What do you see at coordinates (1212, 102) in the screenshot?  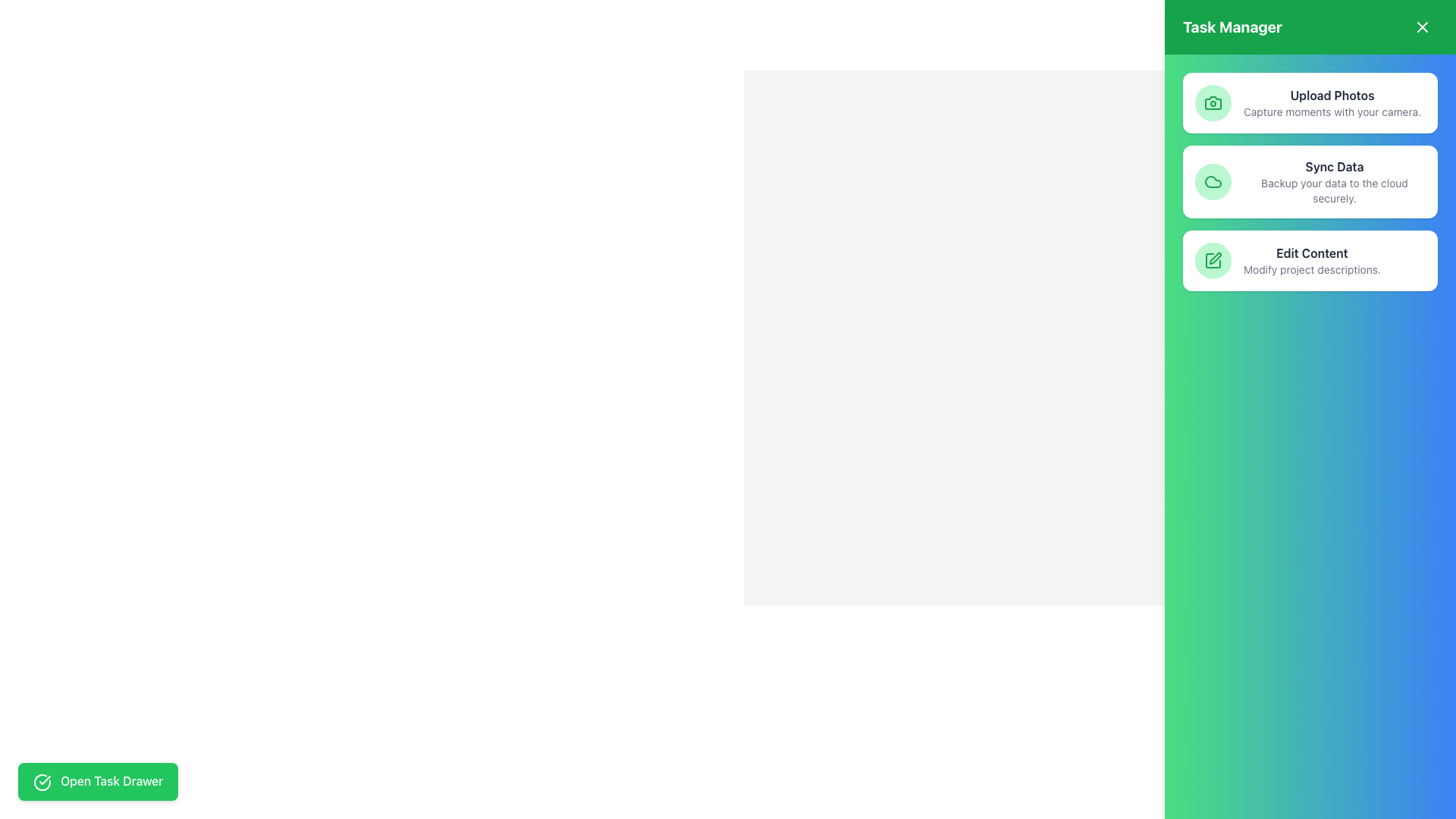 I see `the camera icon outlined in green within the circular green background, which is part of the 'Upload Photos' button in the 'Task Manager' panel` at bounding box center [1212, 102].